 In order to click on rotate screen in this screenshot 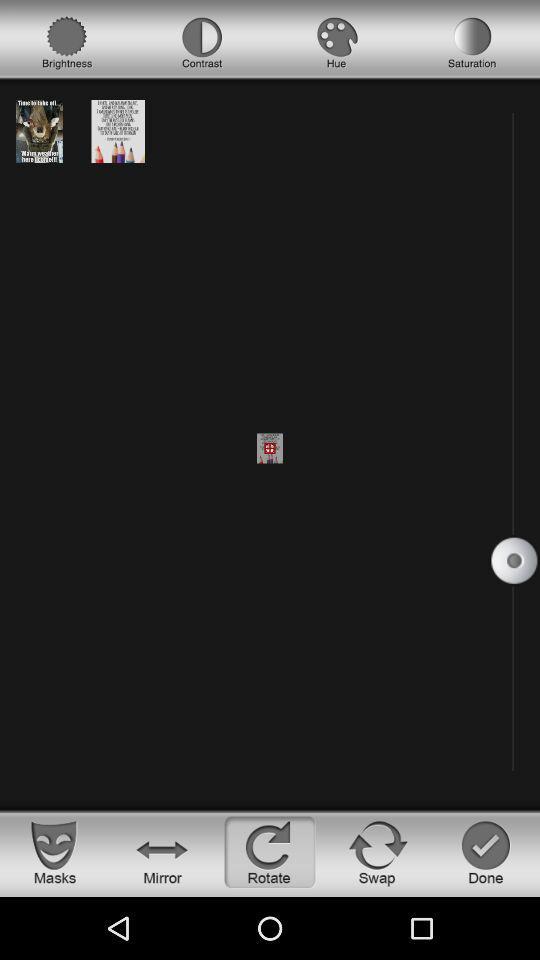, I will do `click(270, 851)`.